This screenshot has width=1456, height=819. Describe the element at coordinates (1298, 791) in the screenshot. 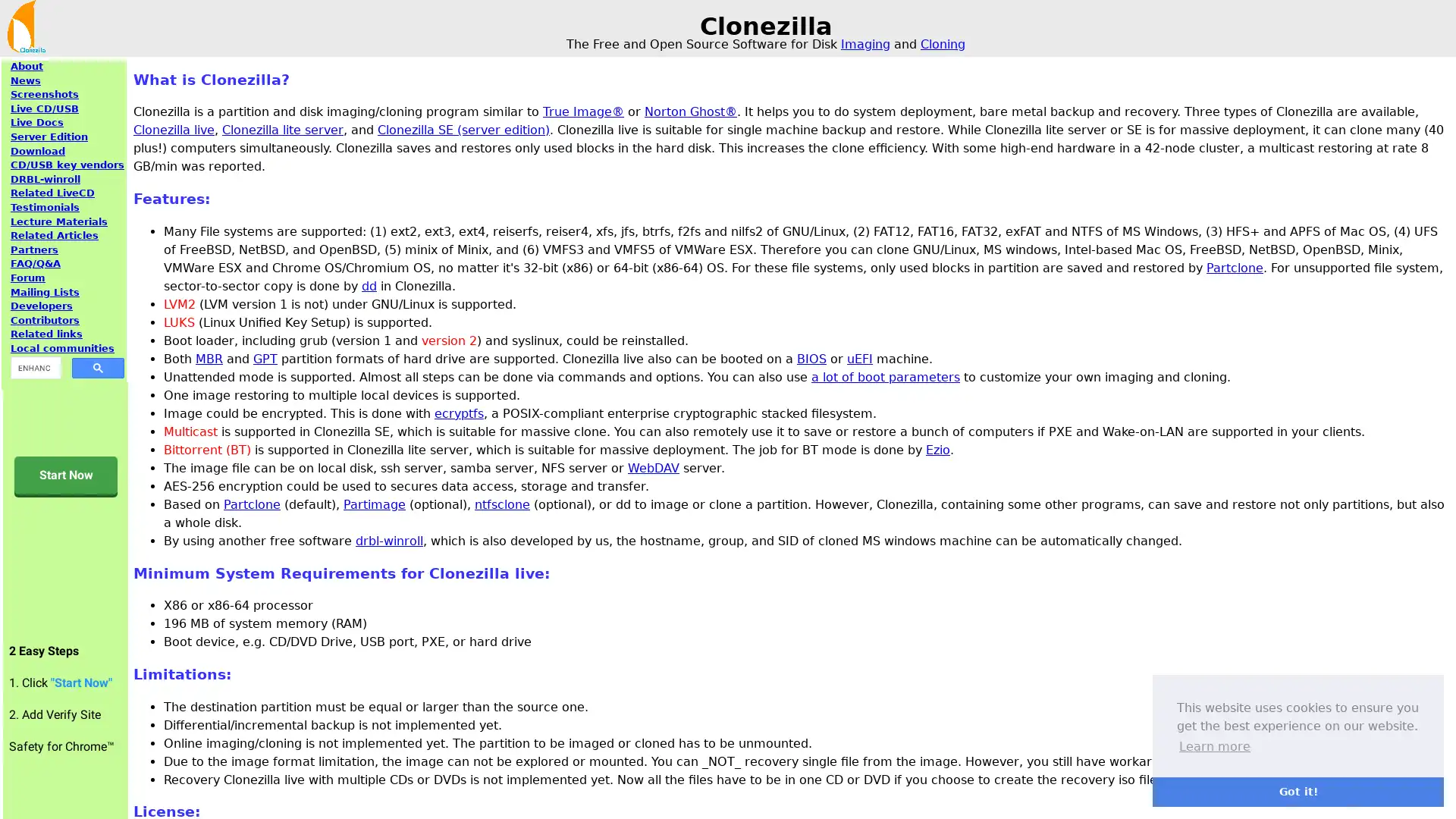

I see `dismiss cookie message` at that location.